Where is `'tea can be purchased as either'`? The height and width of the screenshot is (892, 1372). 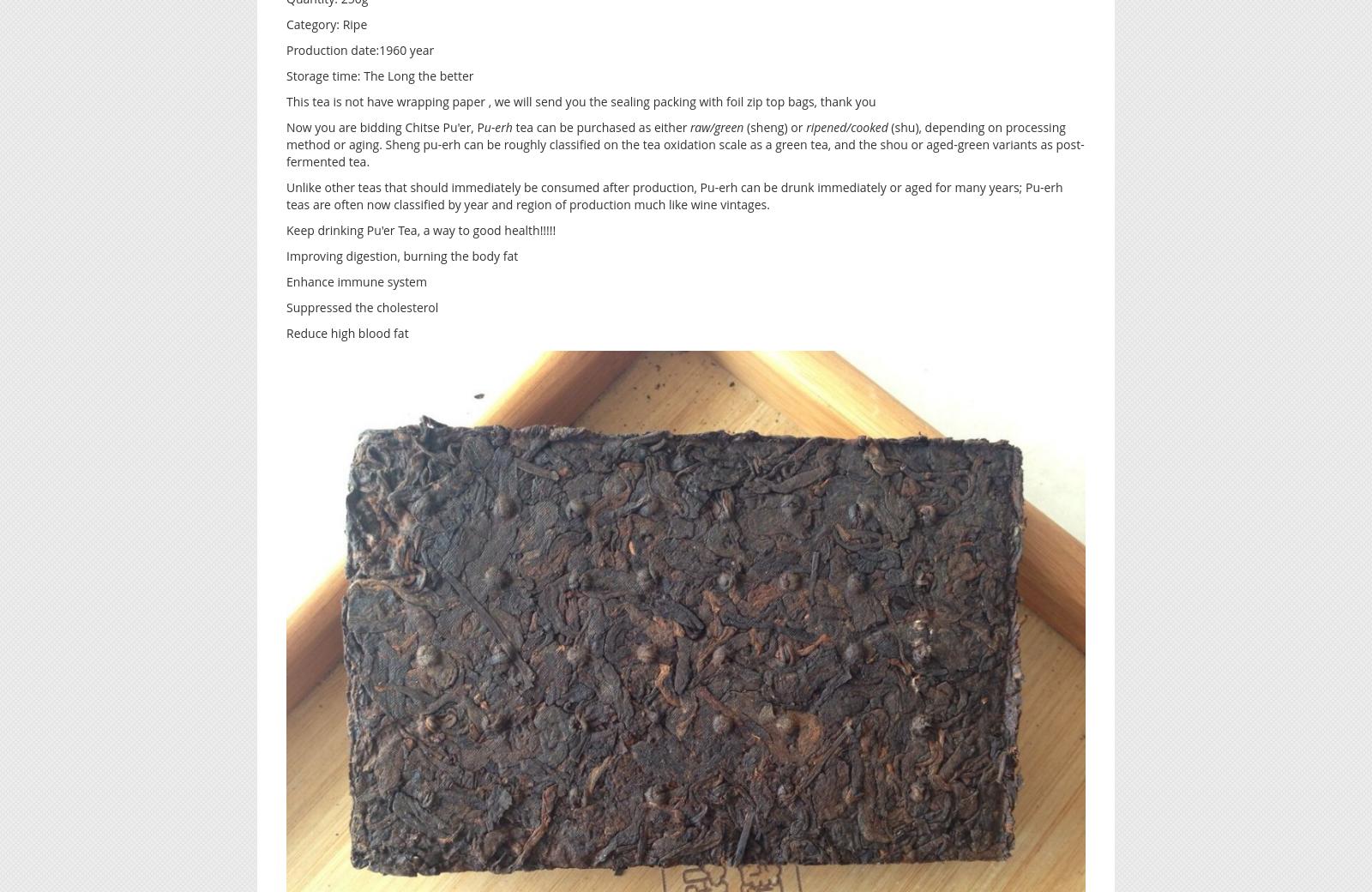 'tea can be purchased as either' is located at coordinates (600, 126).